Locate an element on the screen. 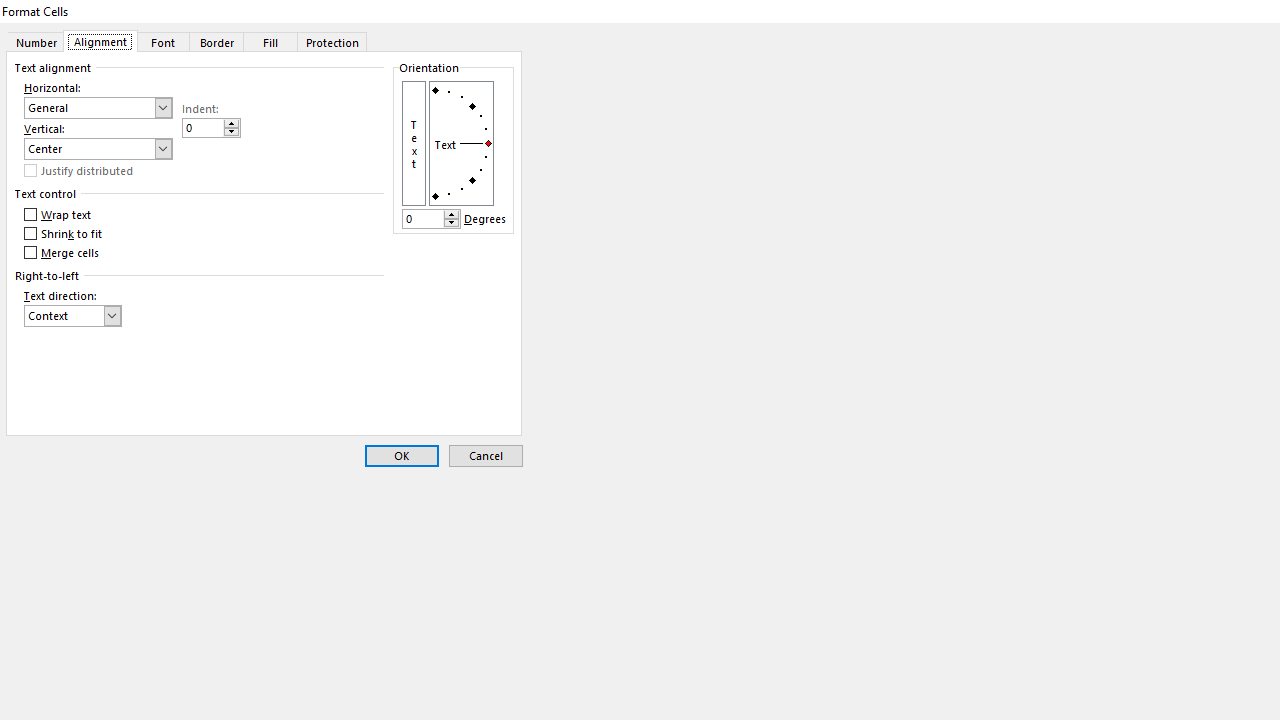 Image resolution: width=1280 pixels, height=720 pixels. 'Protection' is located at coordinates (333, 41).